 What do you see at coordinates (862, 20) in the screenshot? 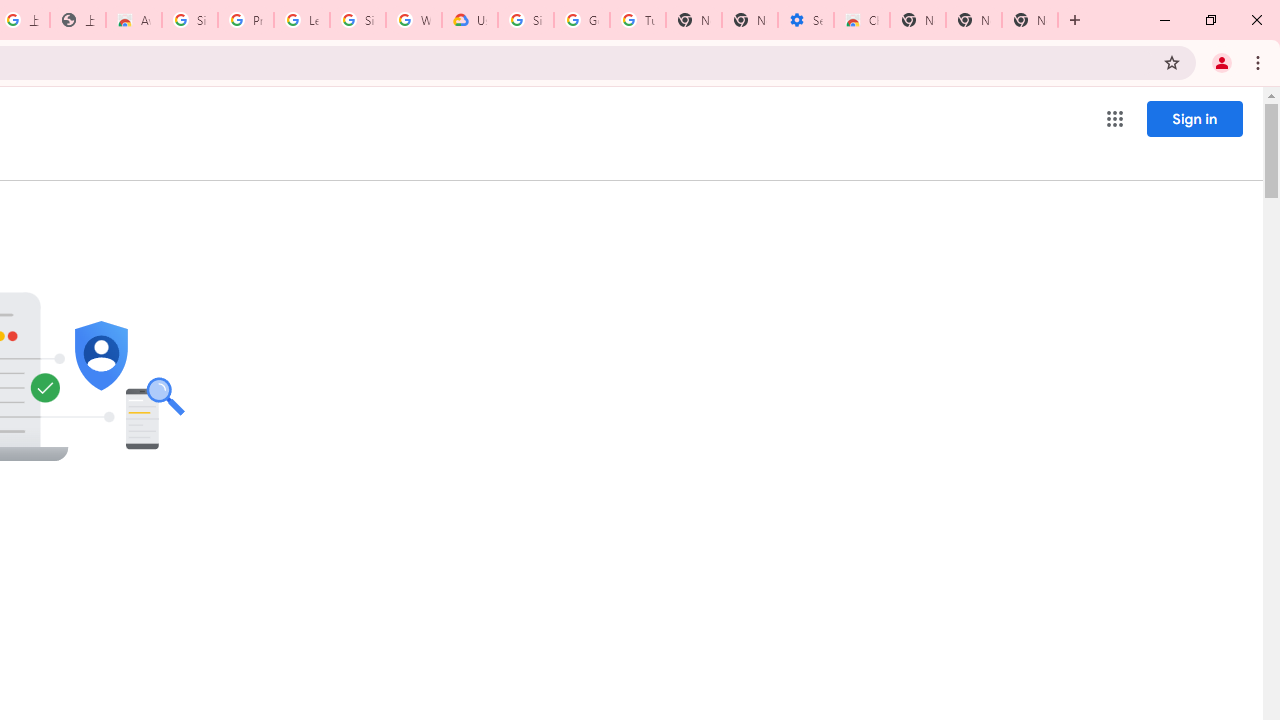
I see `'Chrome Web Store - Accessibility extensions'` at bounding box center [862, 20].